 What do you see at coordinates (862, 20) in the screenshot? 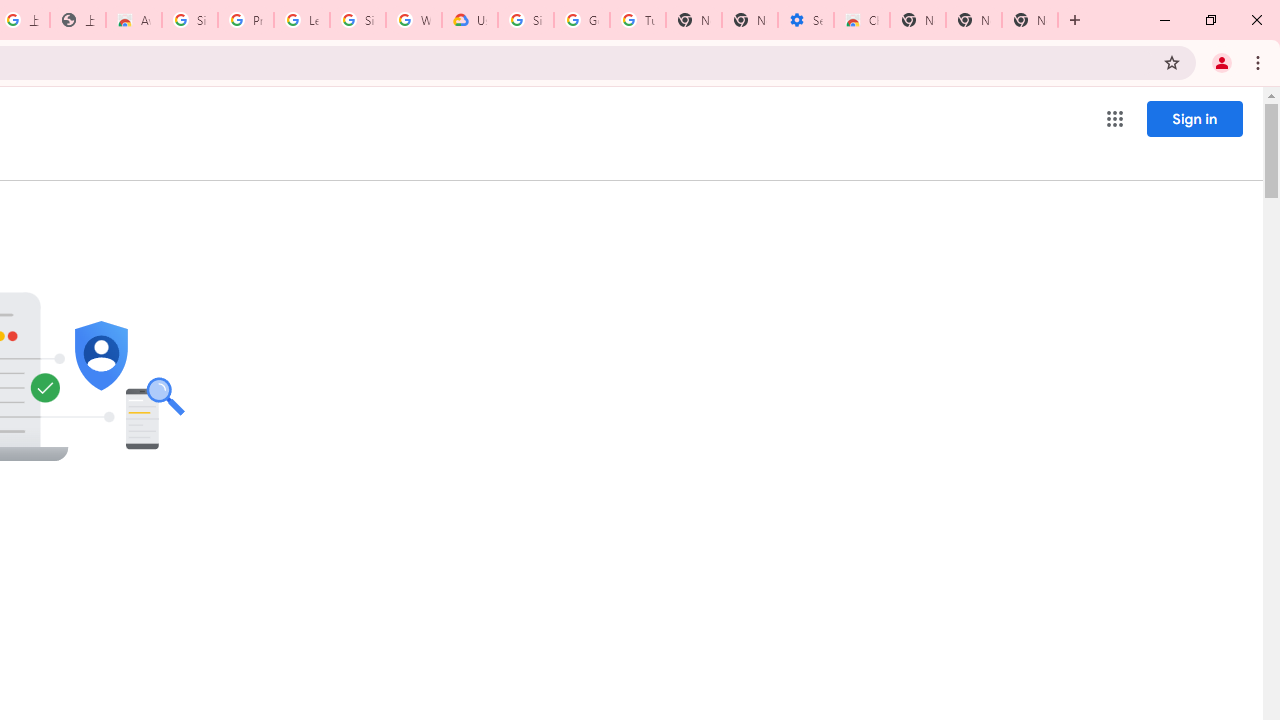
I see `'Chrome Web Store - Accessibility extensions'` at bounding box center [862, 20].